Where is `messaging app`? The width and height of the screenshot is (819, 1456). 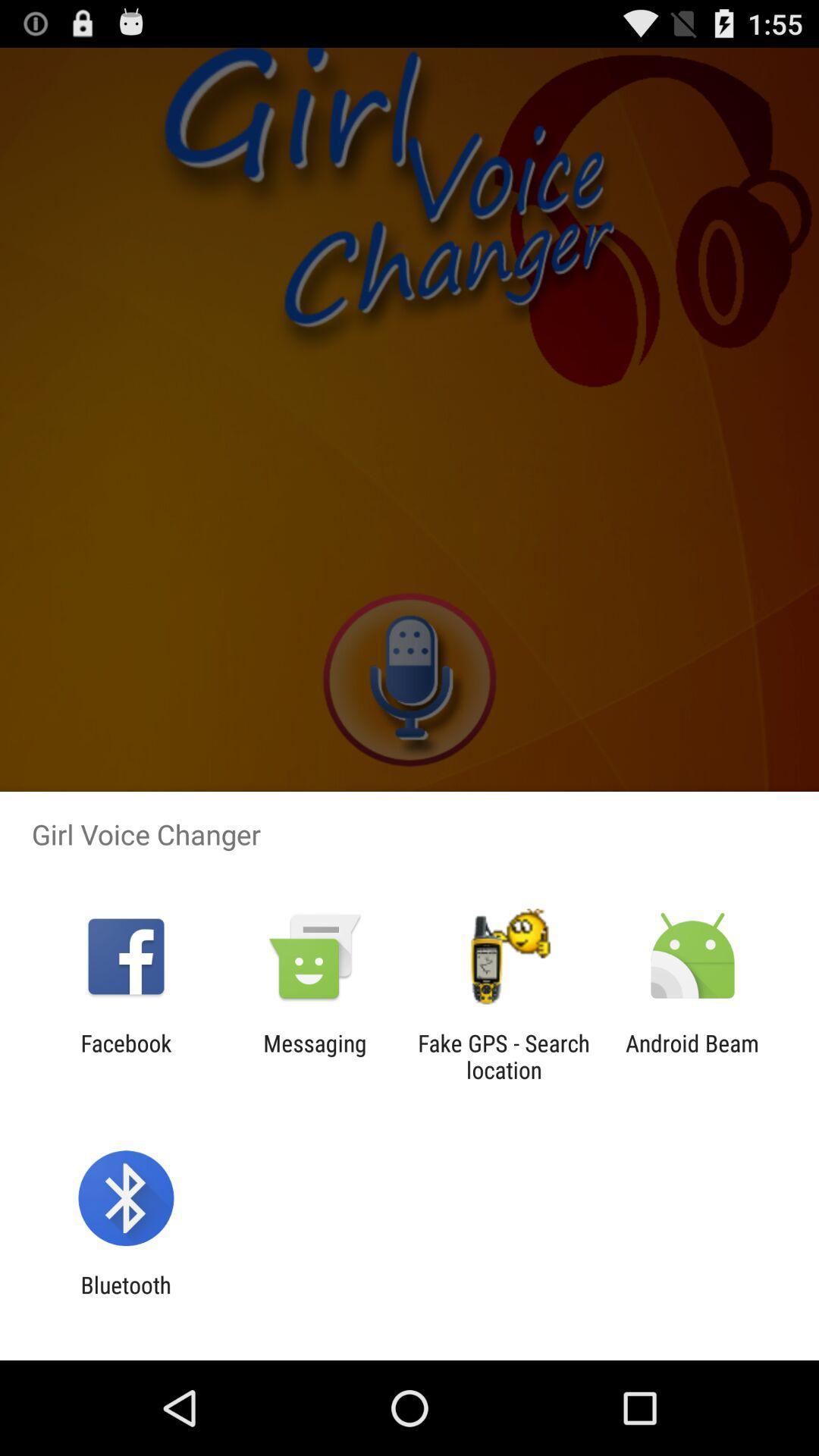 messaging app is located at coordinates (314, 1056).